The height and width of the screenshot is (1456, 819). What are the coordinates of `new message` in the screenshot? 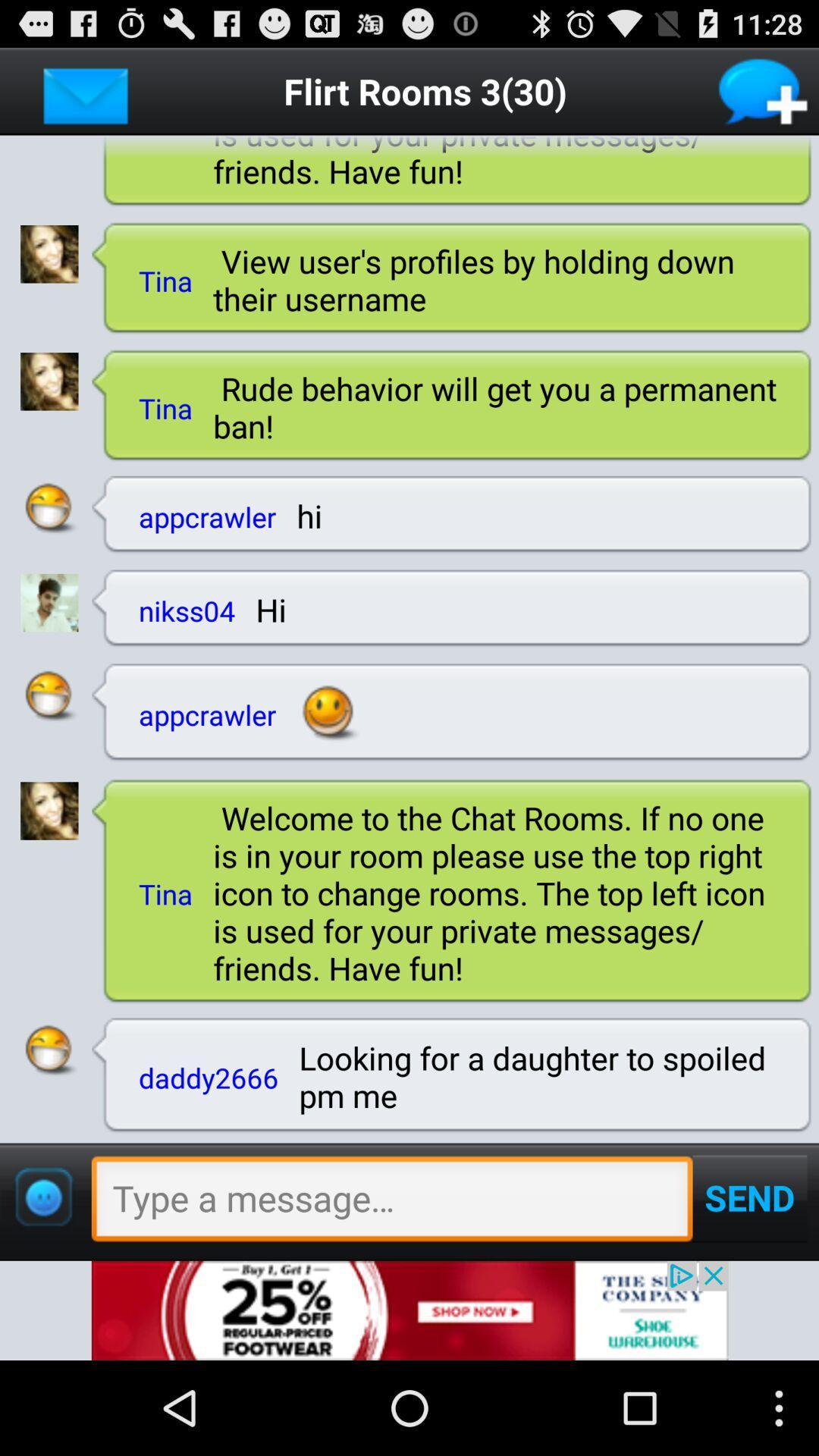 It's located at (764, 90).